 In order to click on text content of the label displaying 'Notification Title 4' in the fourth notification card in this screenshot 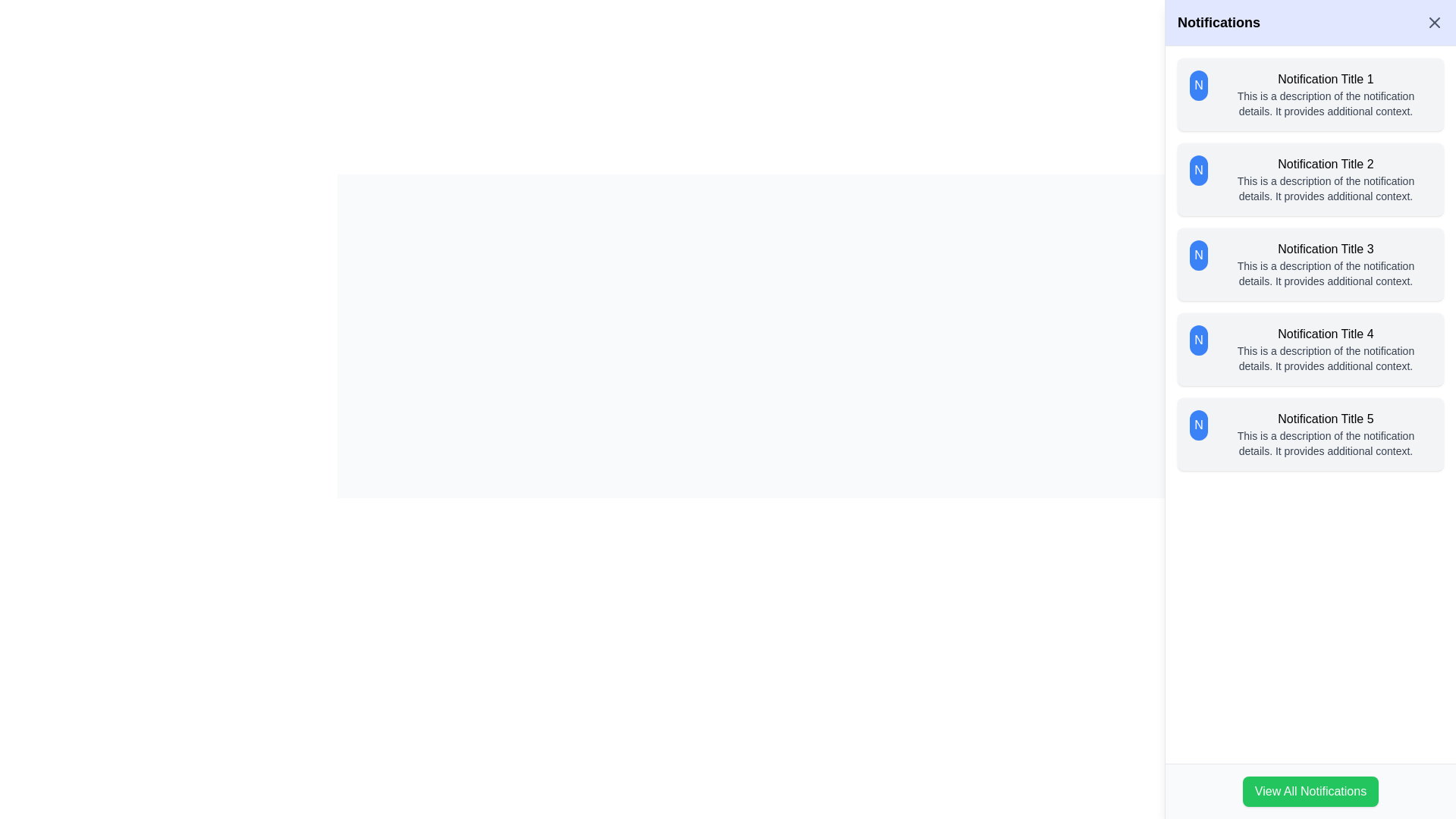, I will do `click(1325, 333)`.